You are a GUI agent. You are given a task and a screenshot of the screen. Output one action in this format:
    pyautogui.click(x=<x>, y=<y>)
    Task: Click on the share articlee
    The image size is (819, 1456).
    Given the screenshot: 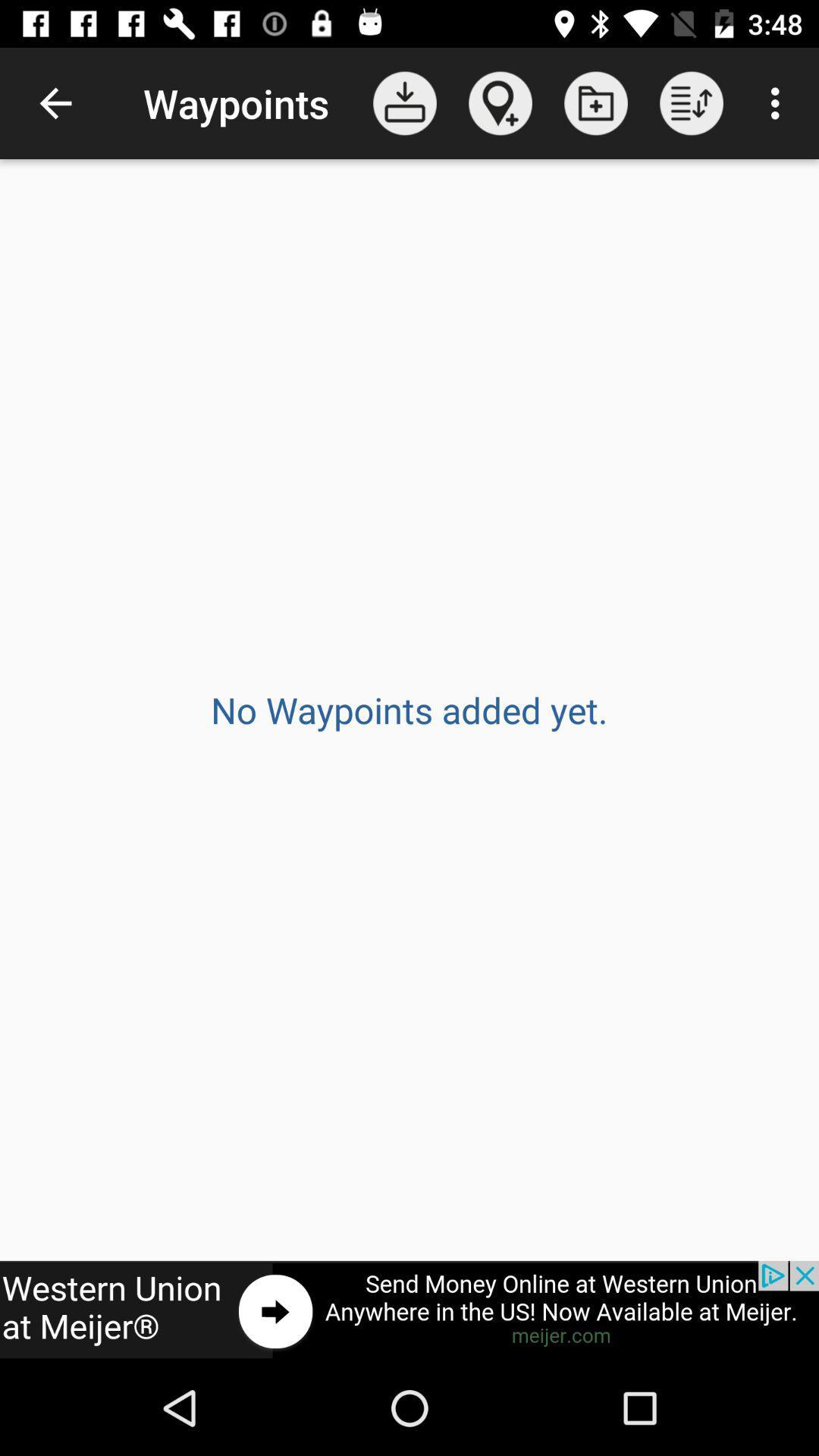 What is the action you would take?
    pyautogui.click(x=409, y=1310)
    